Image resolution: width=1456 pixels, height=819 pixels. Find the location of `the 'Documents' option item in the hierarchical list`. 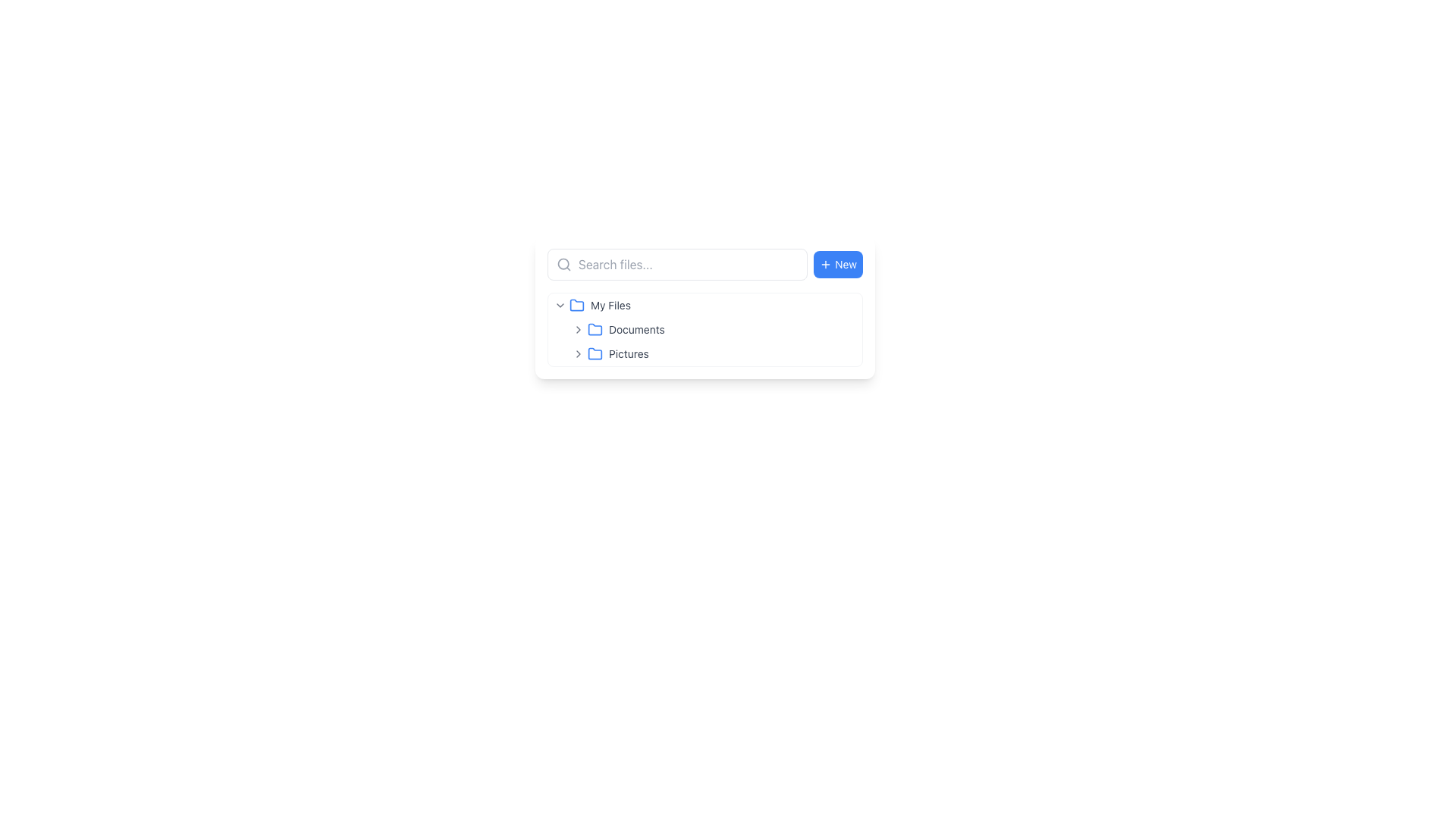

the 'Documents' option item in the hierarchical list is located at coordinates (704, 329).